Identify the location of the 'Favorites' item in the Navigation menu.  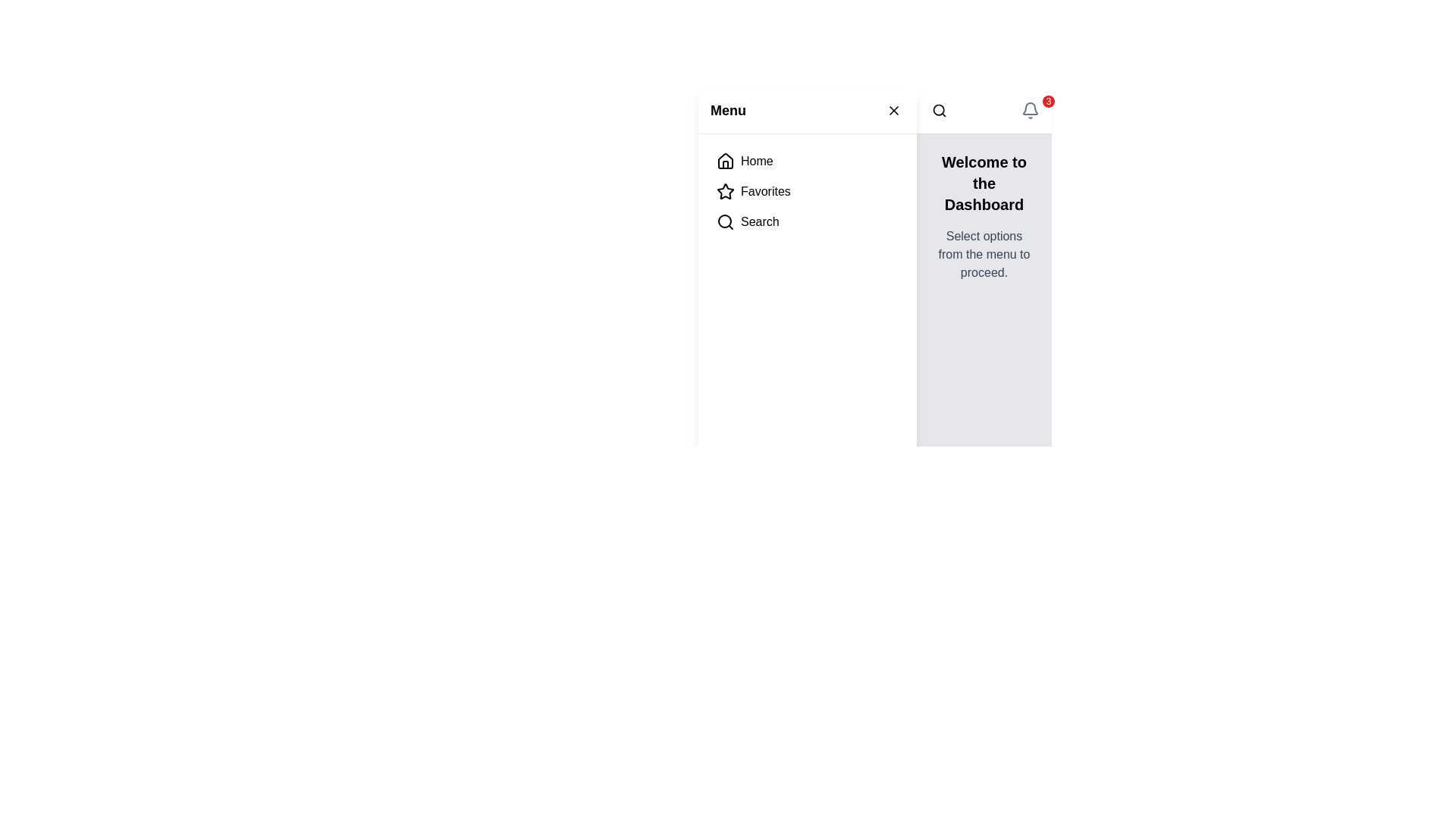
(807, 191).